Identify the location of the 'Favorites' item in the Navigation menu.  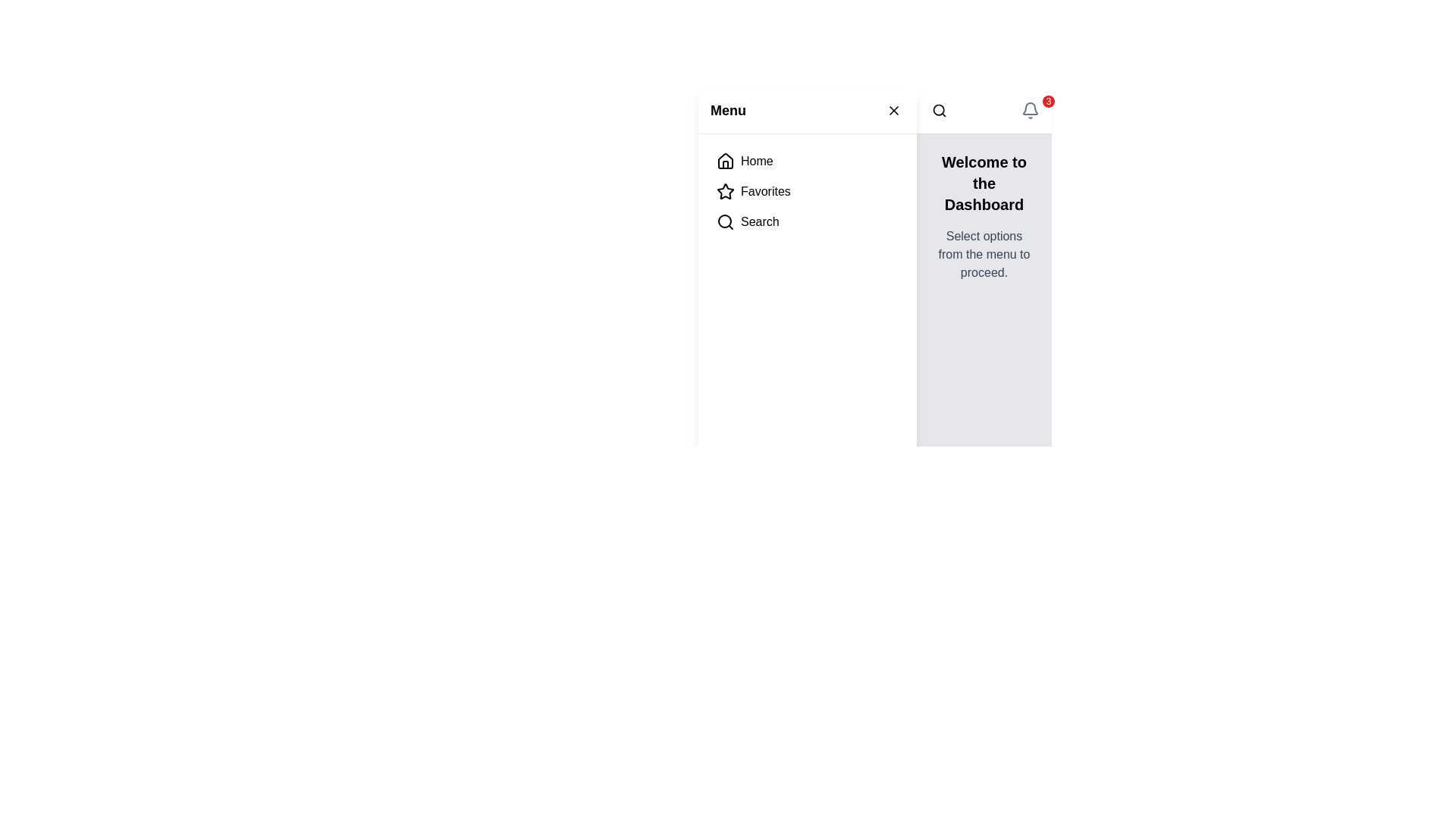
(807, 191).